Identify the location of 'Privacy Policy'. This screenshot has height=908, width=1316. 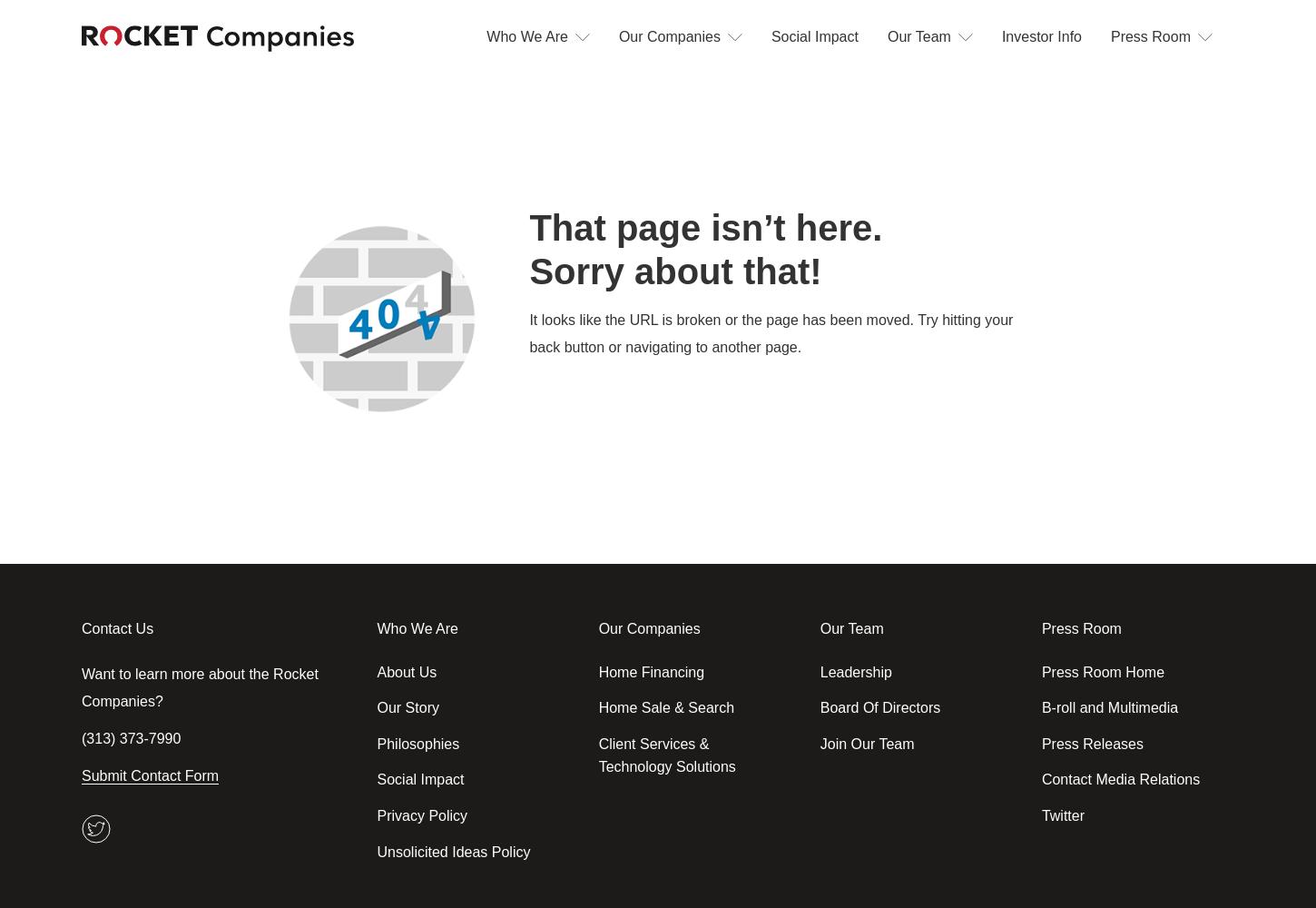
(375, 814).